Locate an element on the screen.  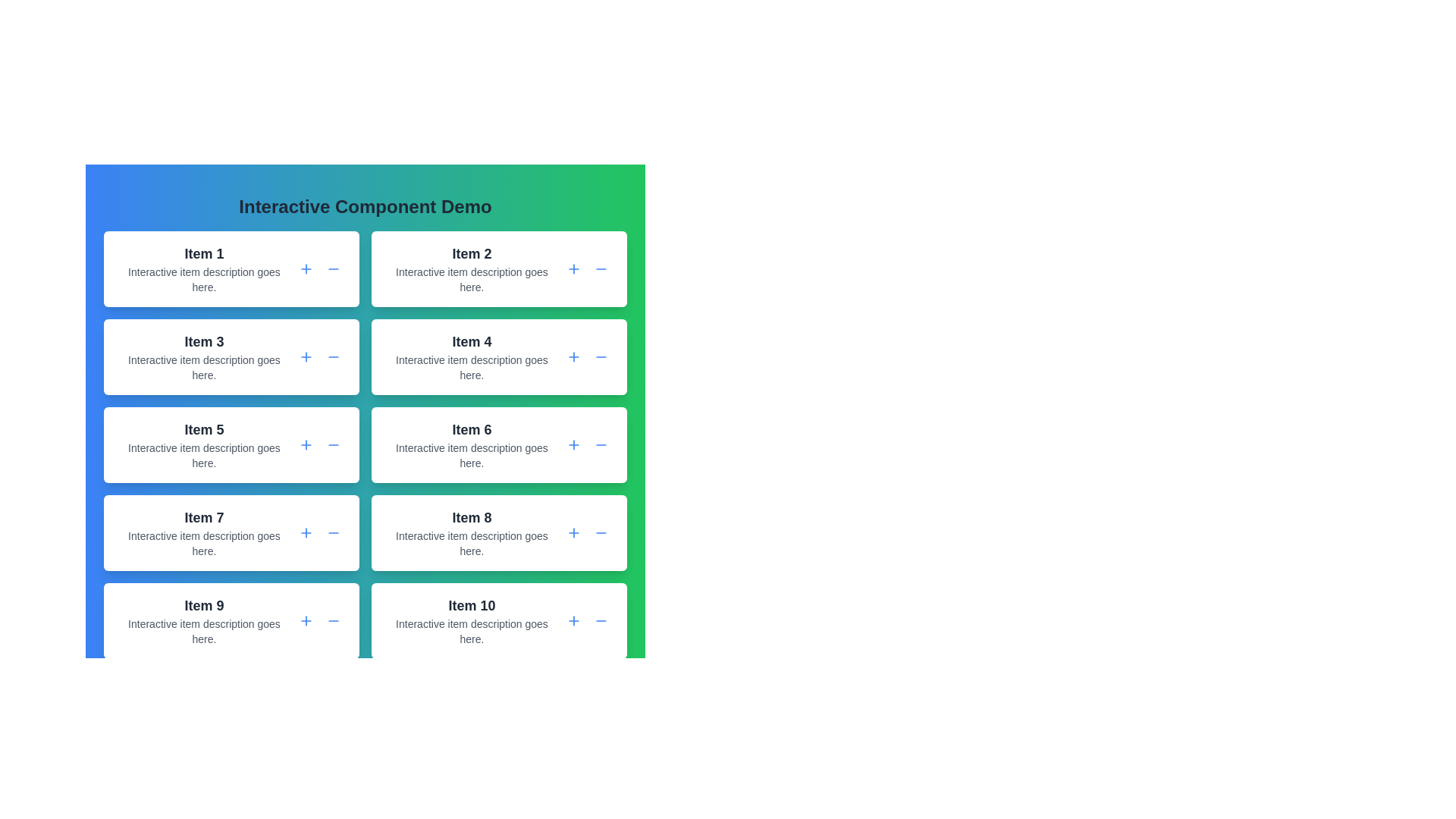
the text block styled in a smaller gray font containing the text 'Interactive item description goes here.' located below 'Item 10' in the bottom-right card of the grid layout is located at coordinates (471, 632).